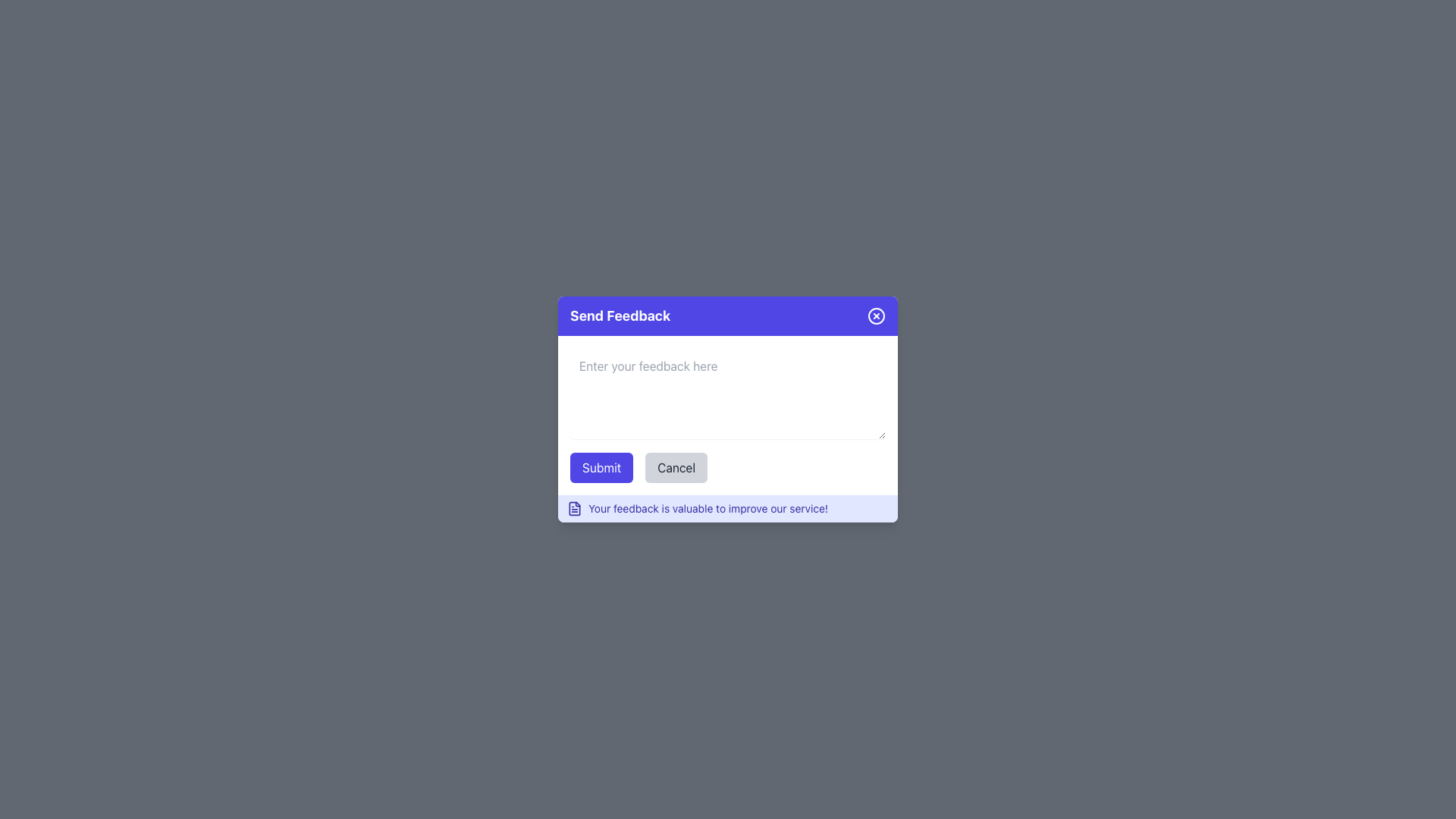 The height and width of the screenshot is (819, 1456). Describe the element at coordinates (620, 315) in the screenshot. I see `text from the 'Send Feedback' text label, which is prominently displayed in bold white on a purple background, located in the header section of the feedback form` at that location.